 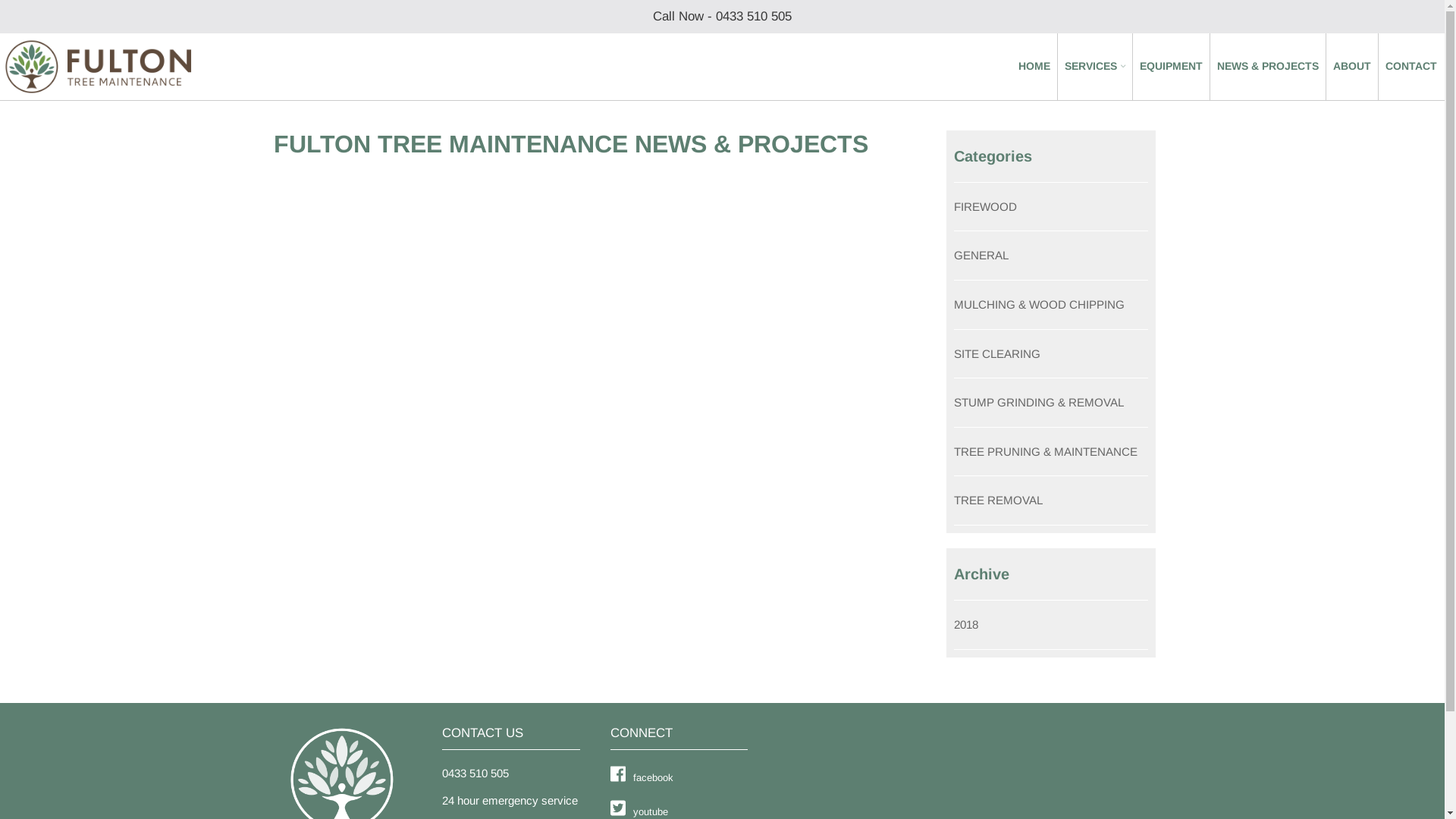 What do you see at coordinates (998, 500) in the screenshot?
I see `'TREE REMOVAL'` at bounding box center [998, 500].